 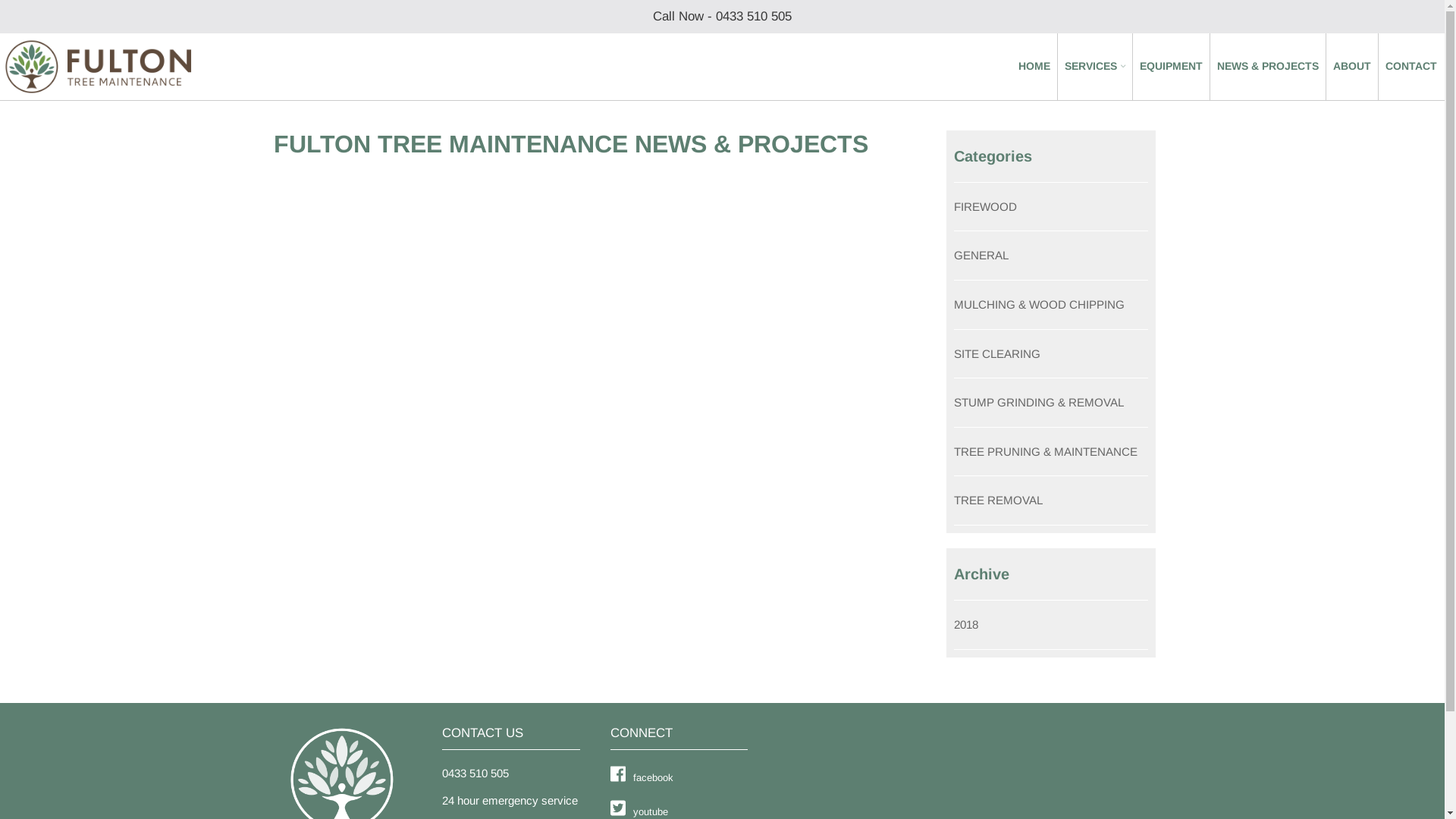 What do you see at coordinates (998, 500) in the screenshot?
I see `'TREE REMOVAL'` at bounding box center [998, 500].